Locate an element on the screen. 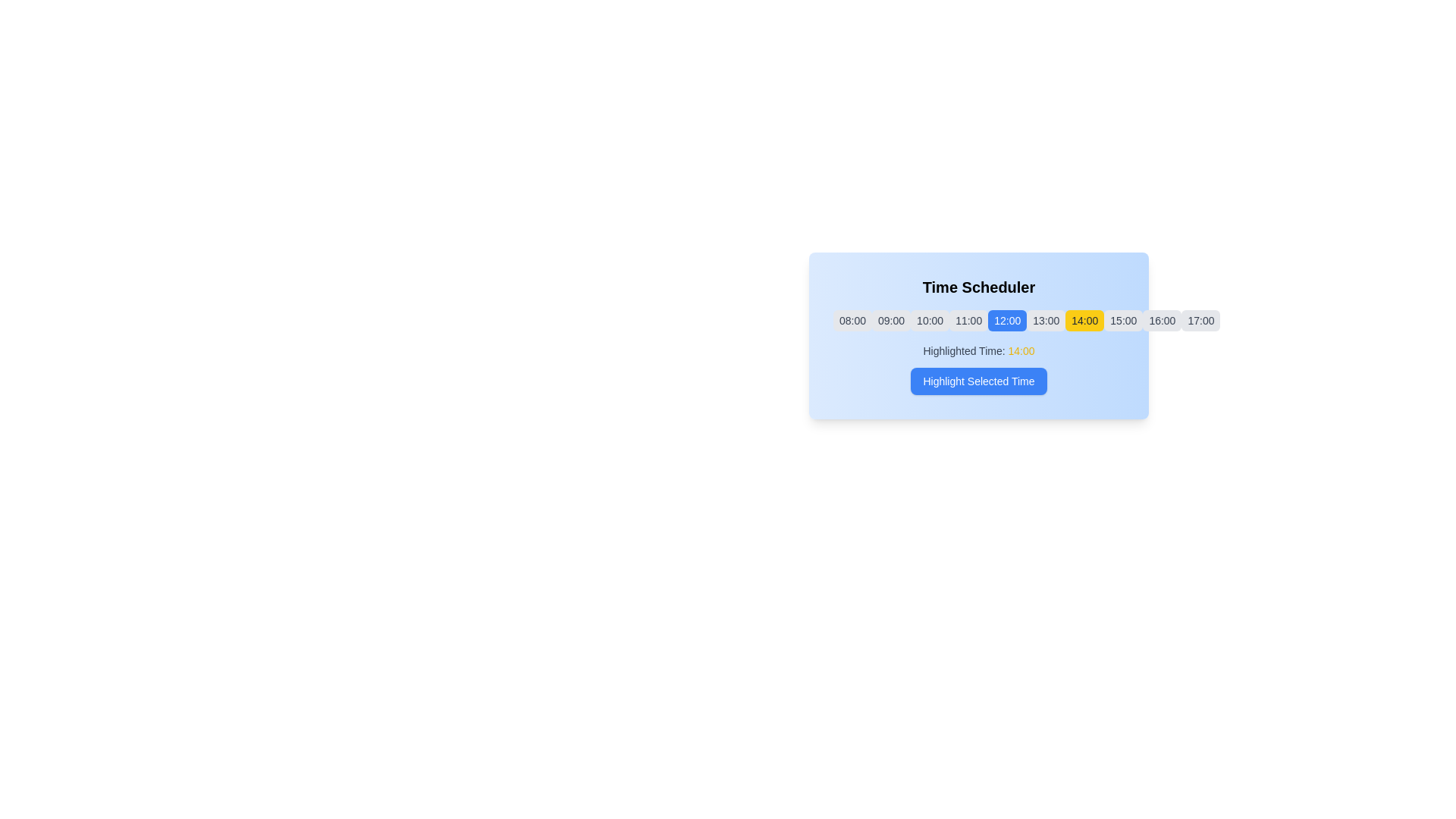 The image size is (1456, 819). the '13:00' button located in the upper section of the blue 'Time Scheduler' panel is located at coordinates (1045, 320).